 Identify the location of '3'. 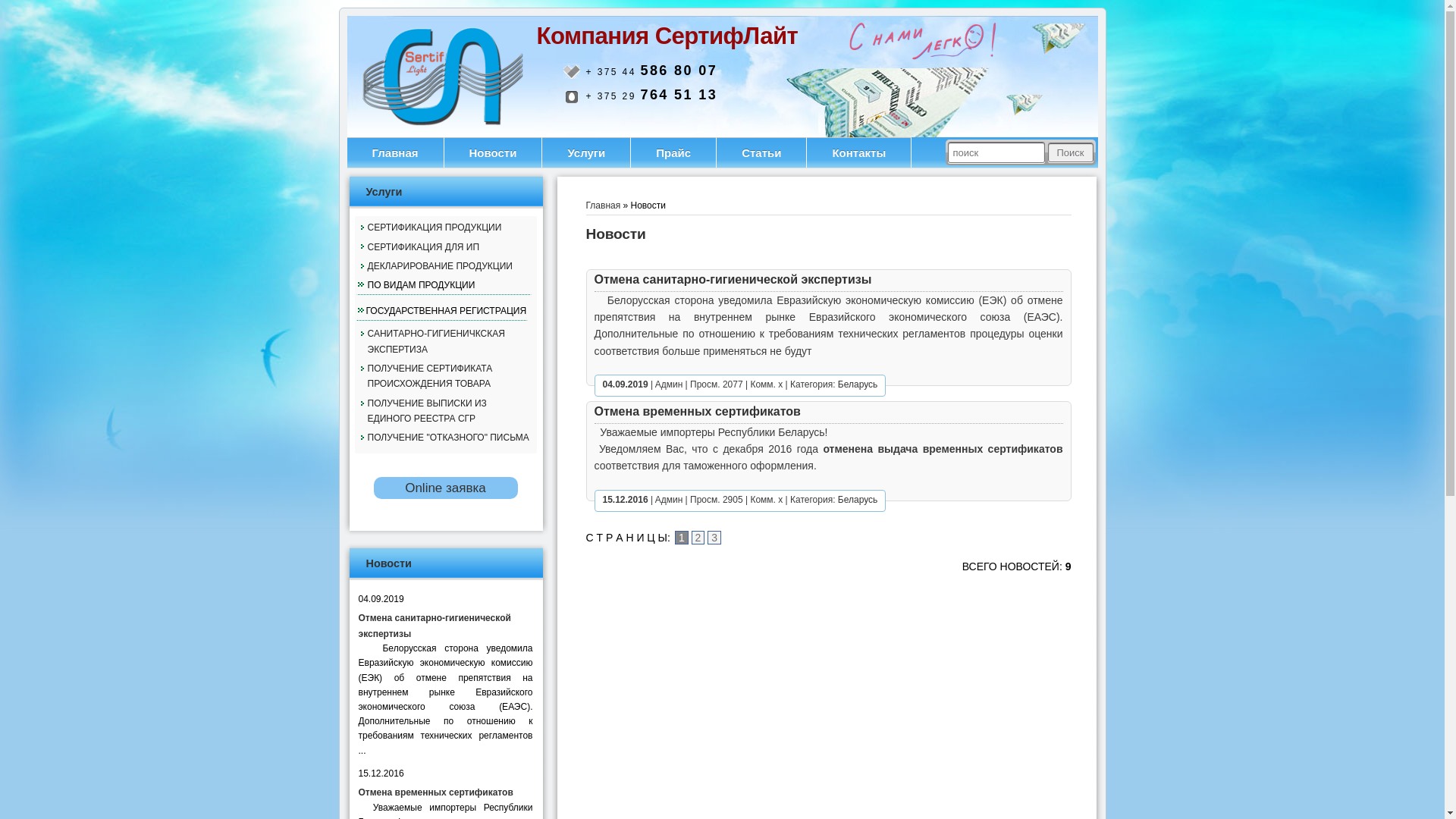
(713, 537).